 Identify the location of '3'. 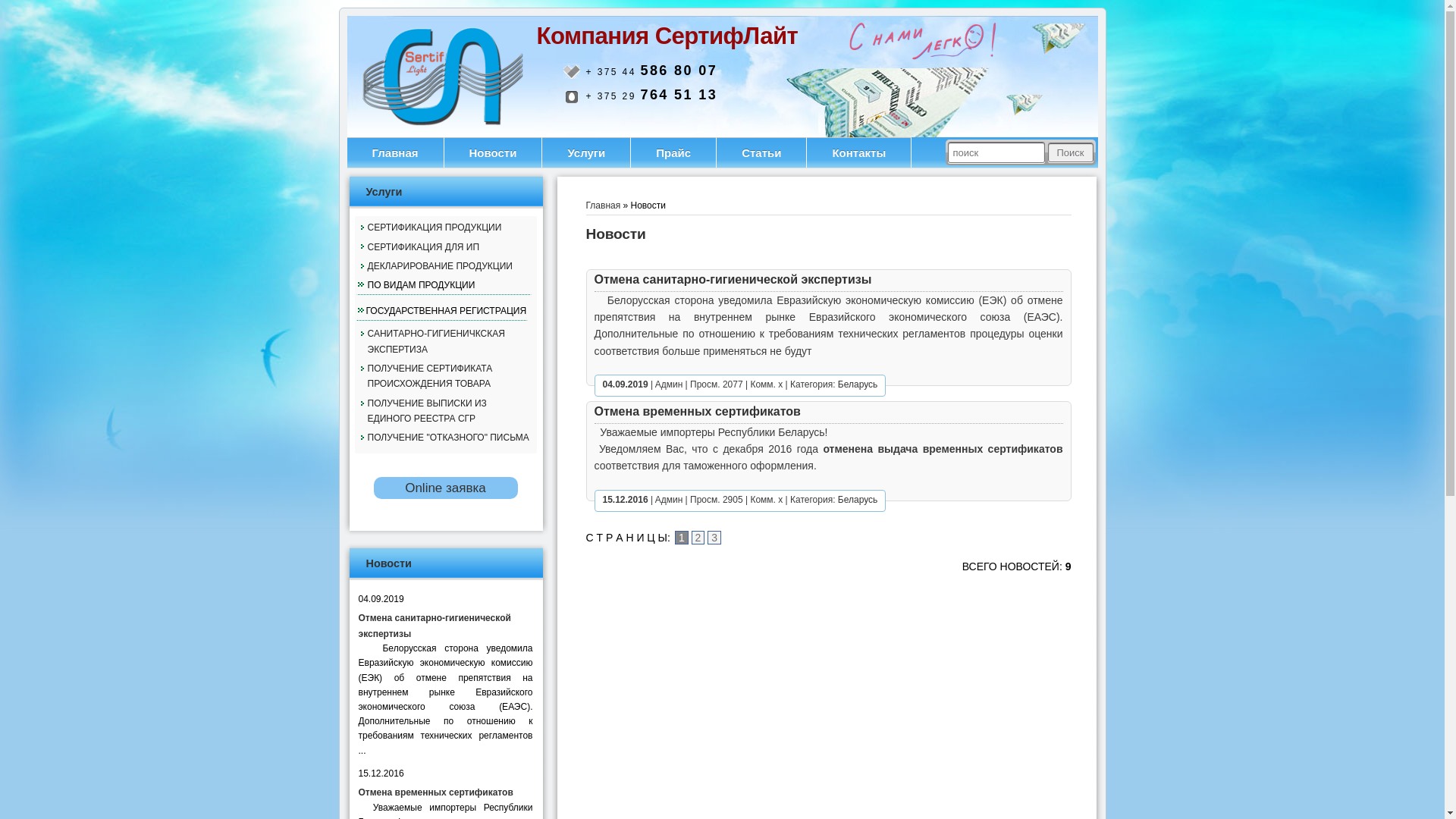
(713, 537).